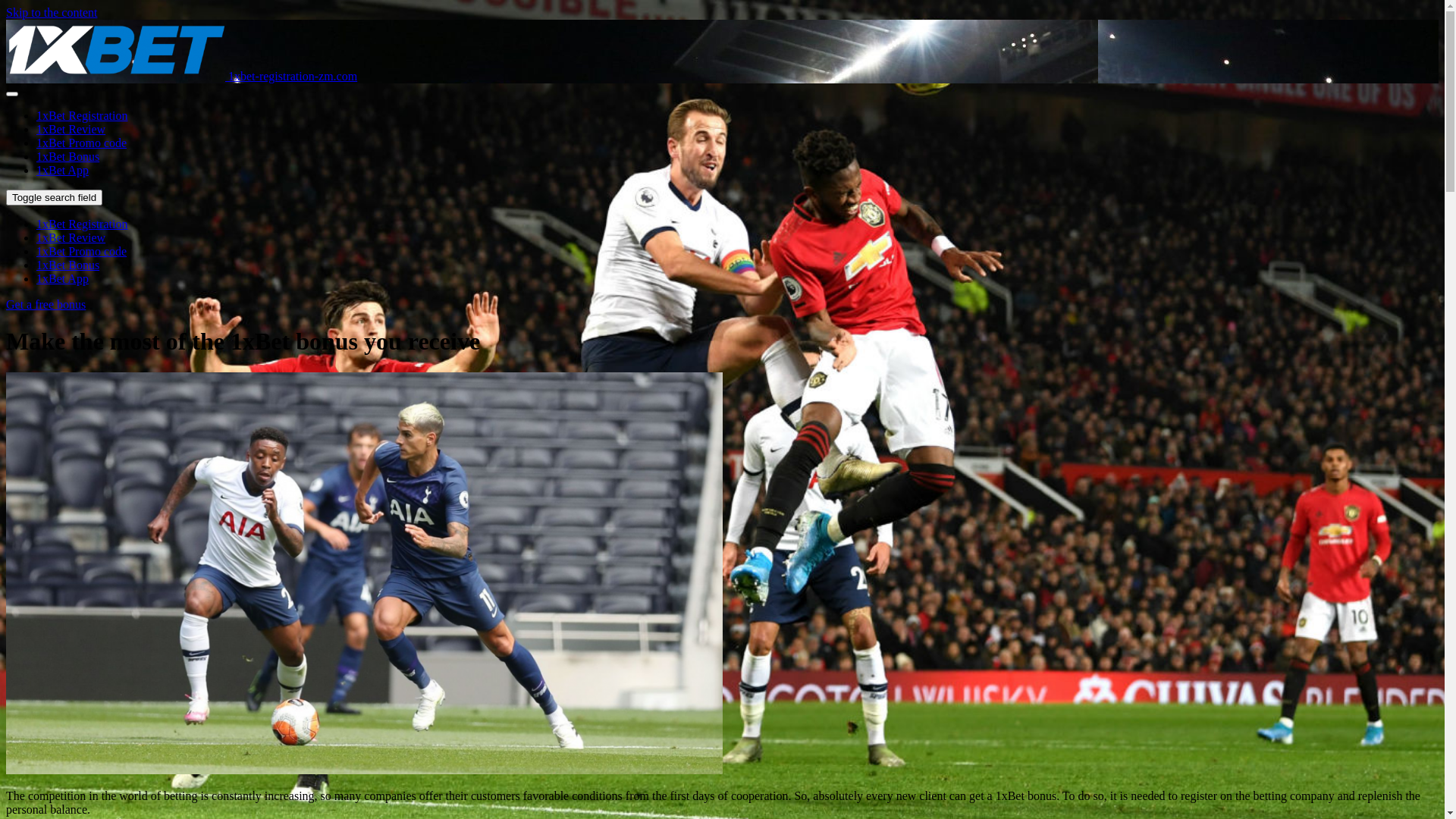  Describe the element at coordinates (61, 170) in the screenshot. I see `'1xBet App'` at that location.